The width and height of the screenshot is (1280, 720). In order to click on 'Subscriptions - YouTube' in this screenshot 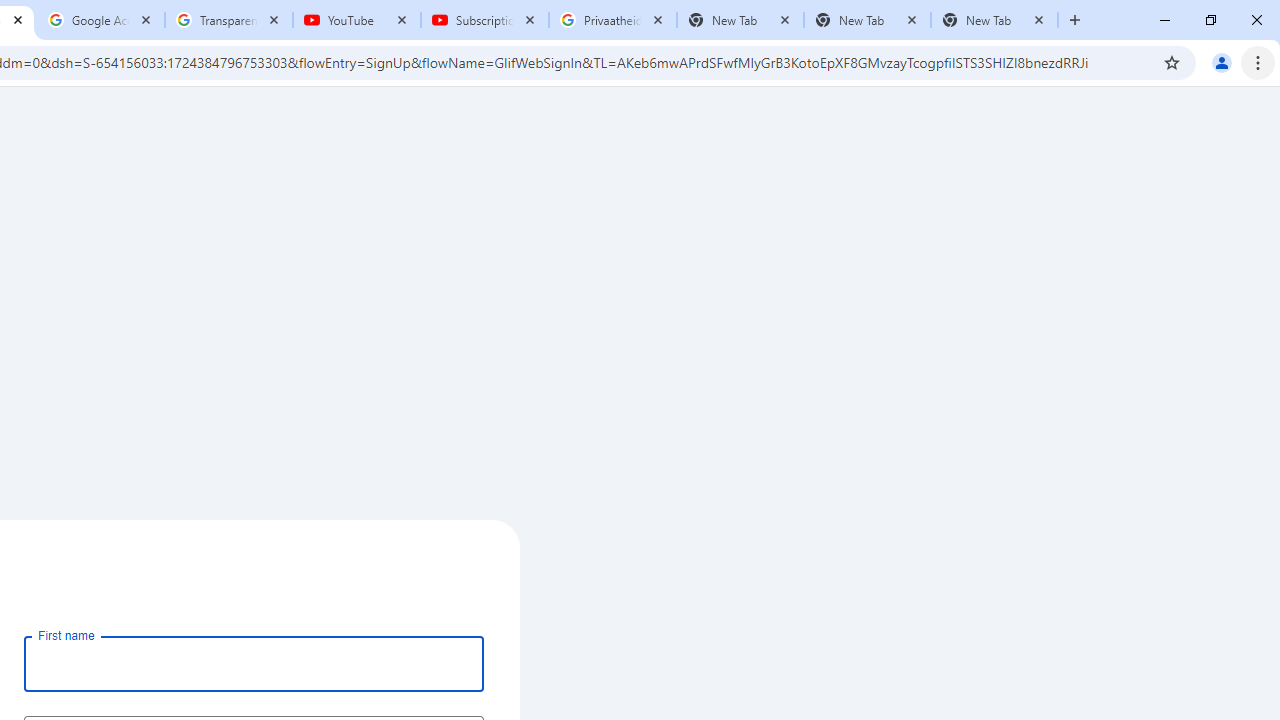, I will do `click(485, 20)`.